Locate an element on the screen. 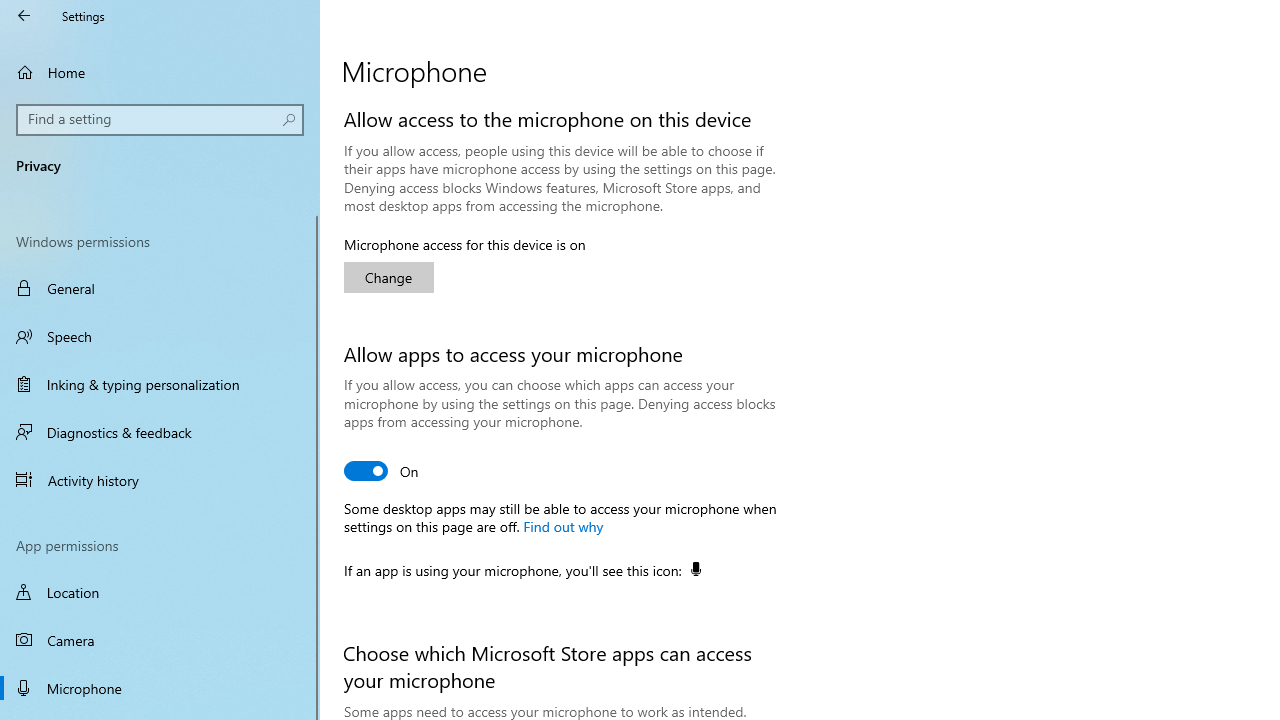  'Change' is located at coordinates (389, 277).